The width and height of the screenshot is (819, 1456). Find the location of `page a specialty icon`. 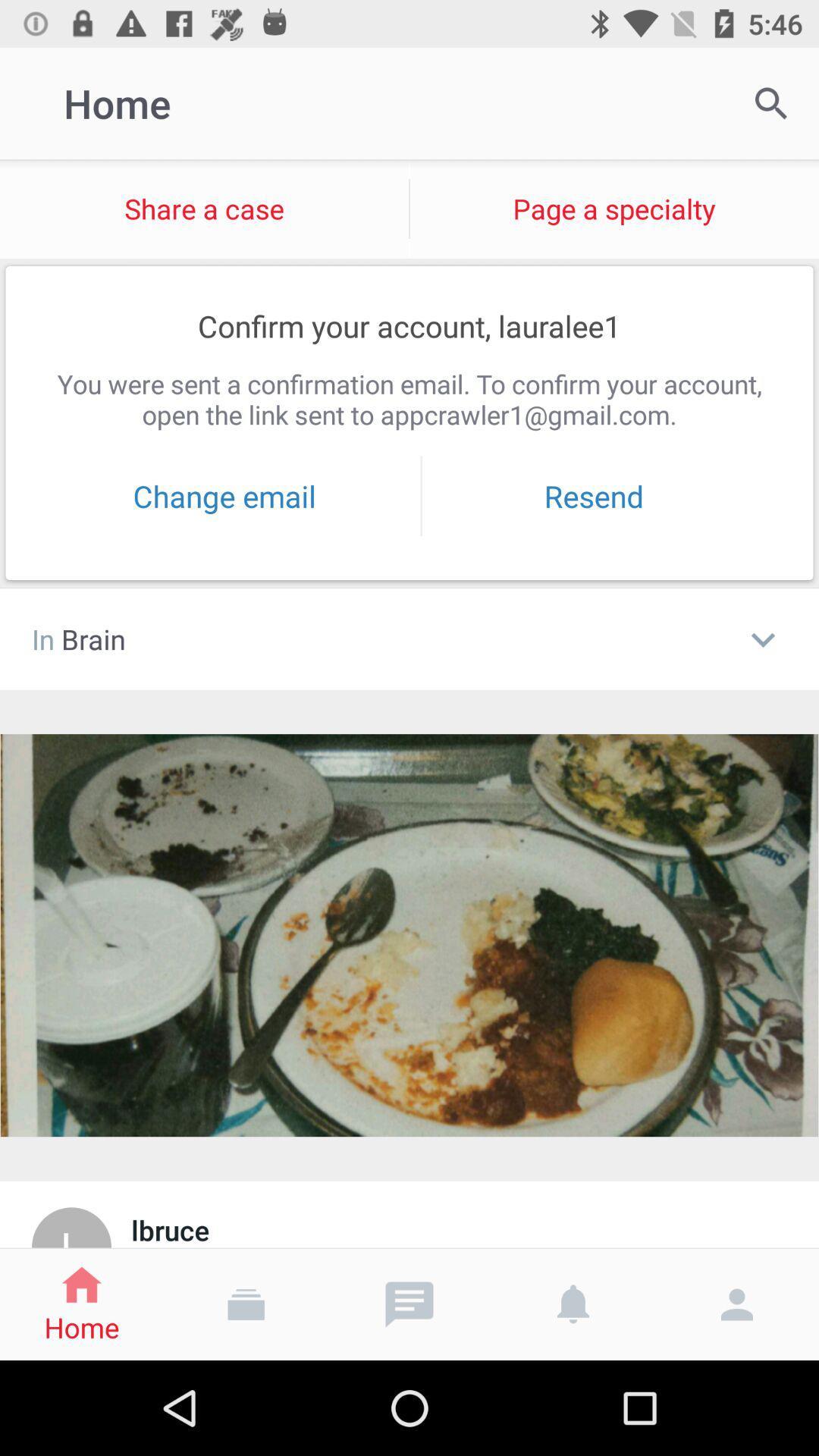

page a specialty icon is located at coordinates (614, 208).